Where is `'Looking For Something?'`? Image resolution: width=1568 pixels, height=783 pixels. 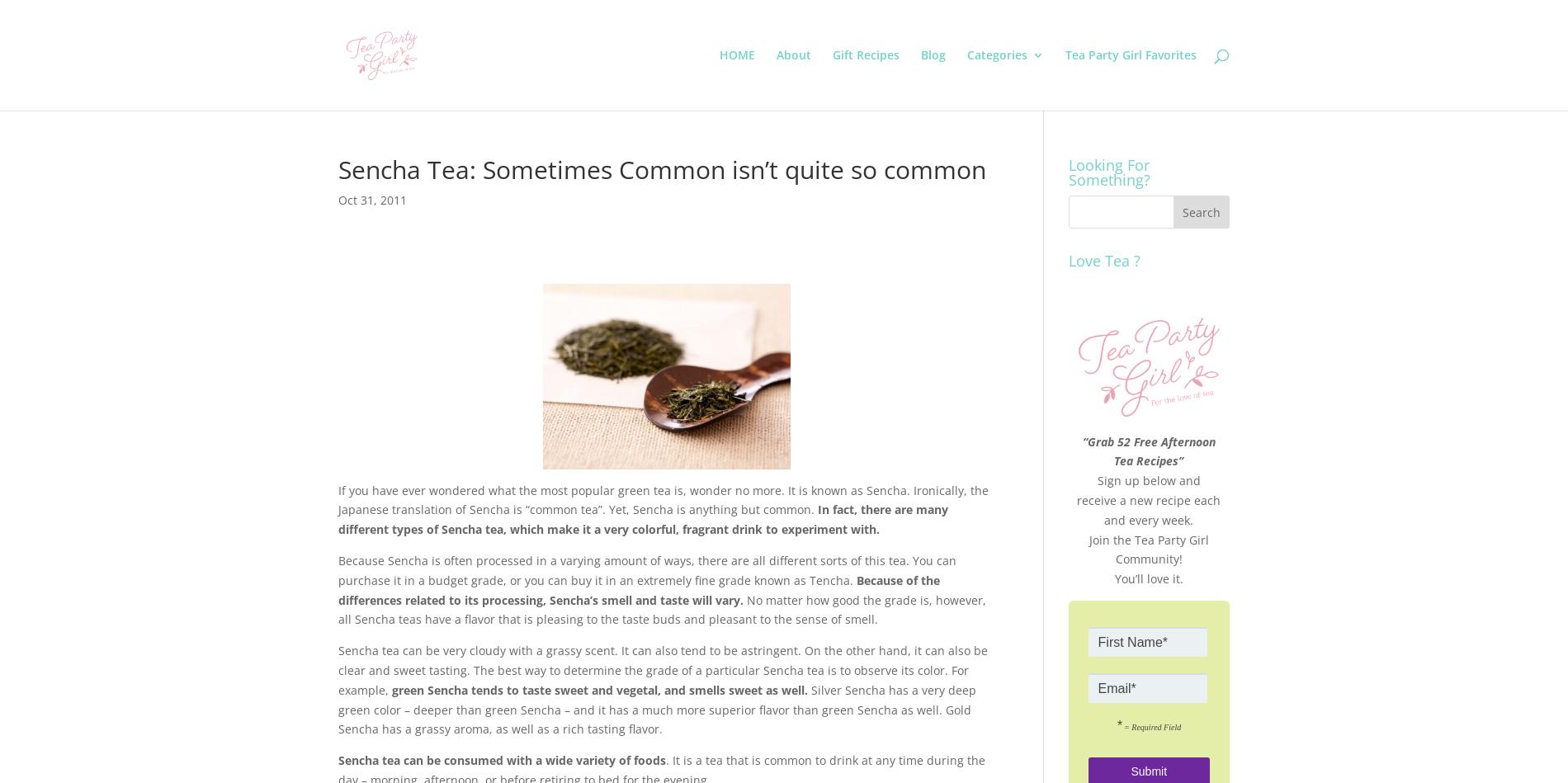 'Looking For Something?' is located at coordinates (1108, 171).